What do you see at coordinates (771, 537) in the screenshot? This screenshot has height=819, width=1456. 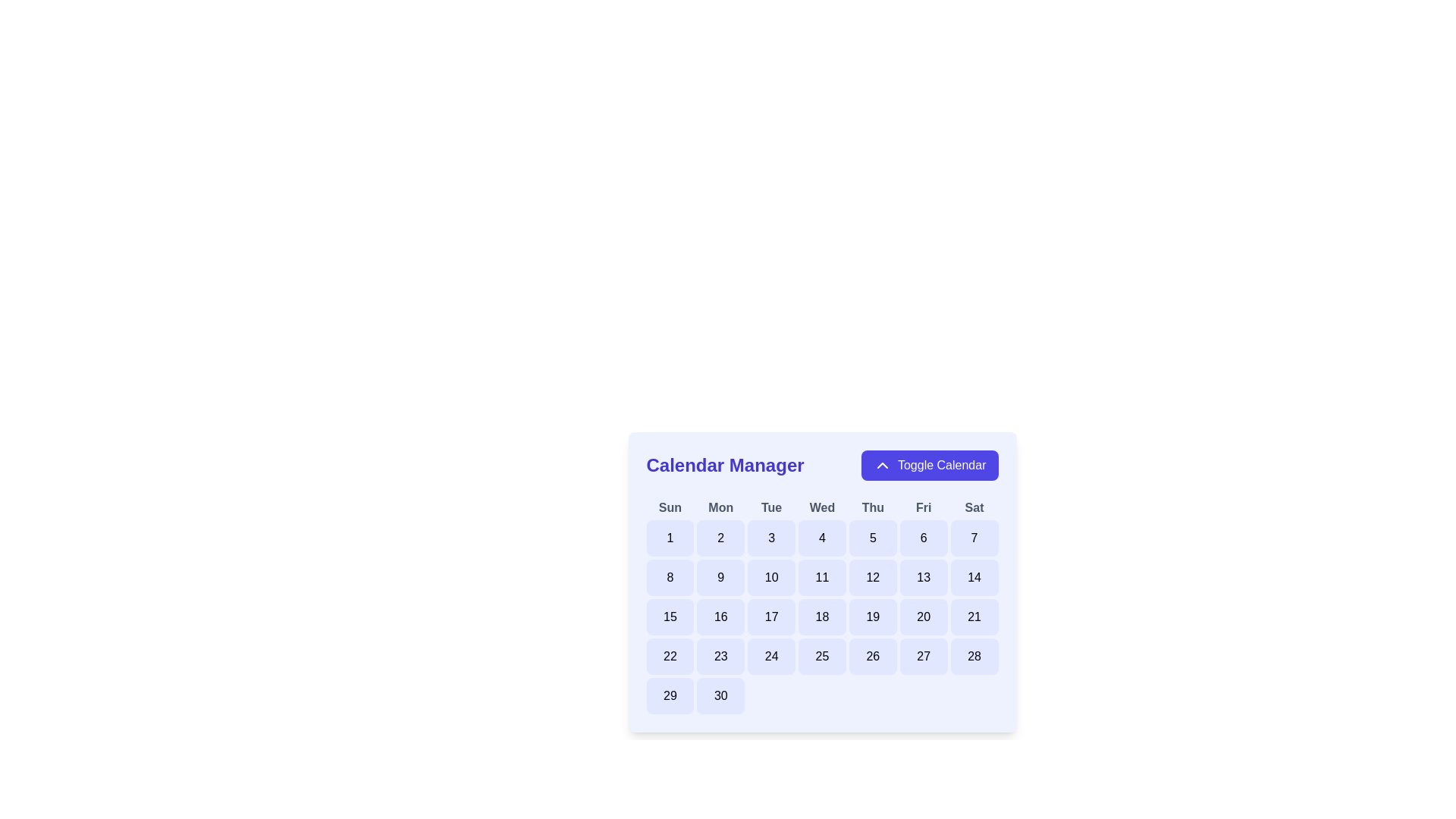 I see `the square button with a light indigo background and the numeral '3' in the center` at bounding box center [771, 537].